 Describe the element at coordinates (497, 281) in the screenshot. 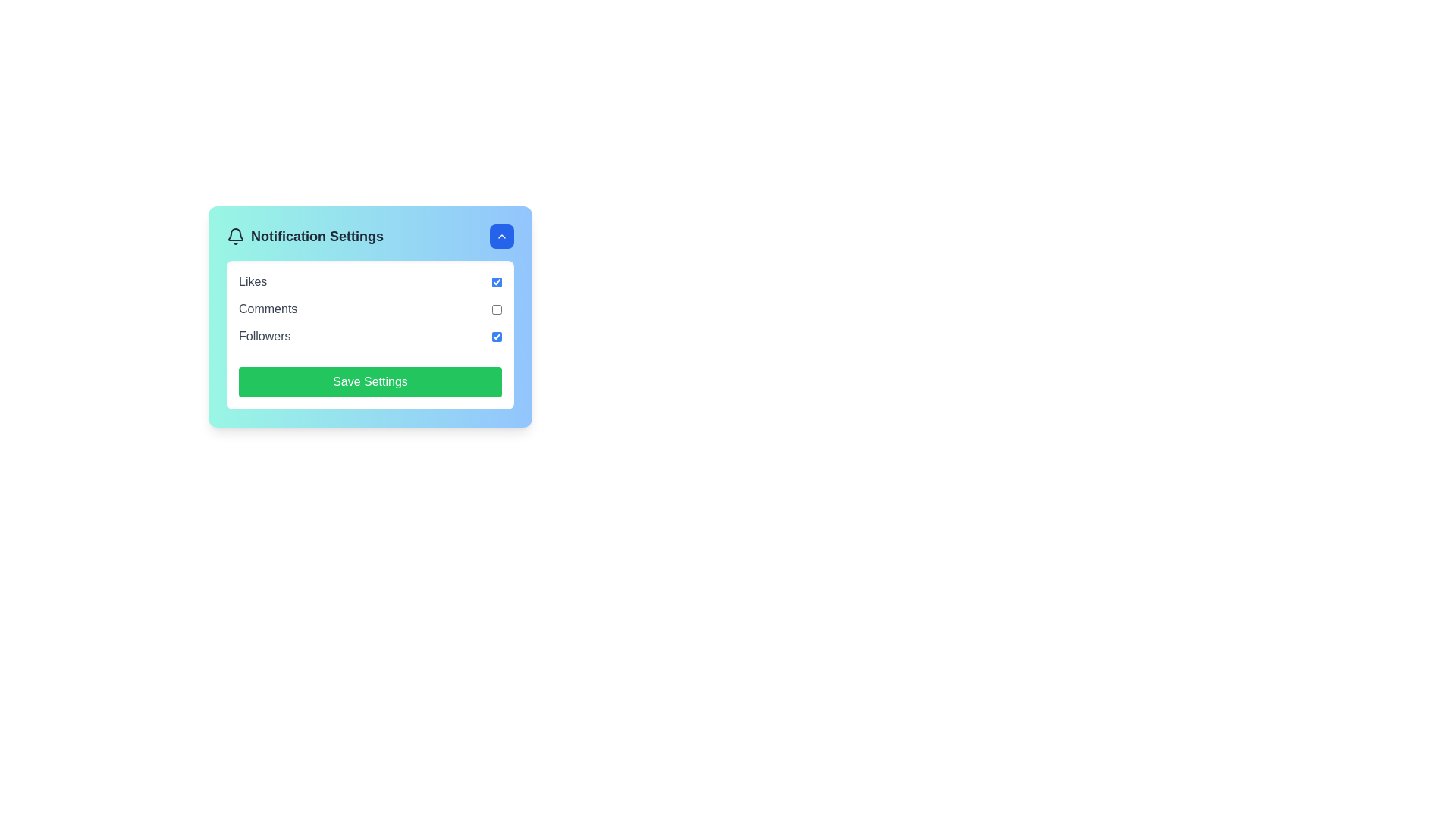

I see `the checkbox for 'Likes' notifications` at that location.